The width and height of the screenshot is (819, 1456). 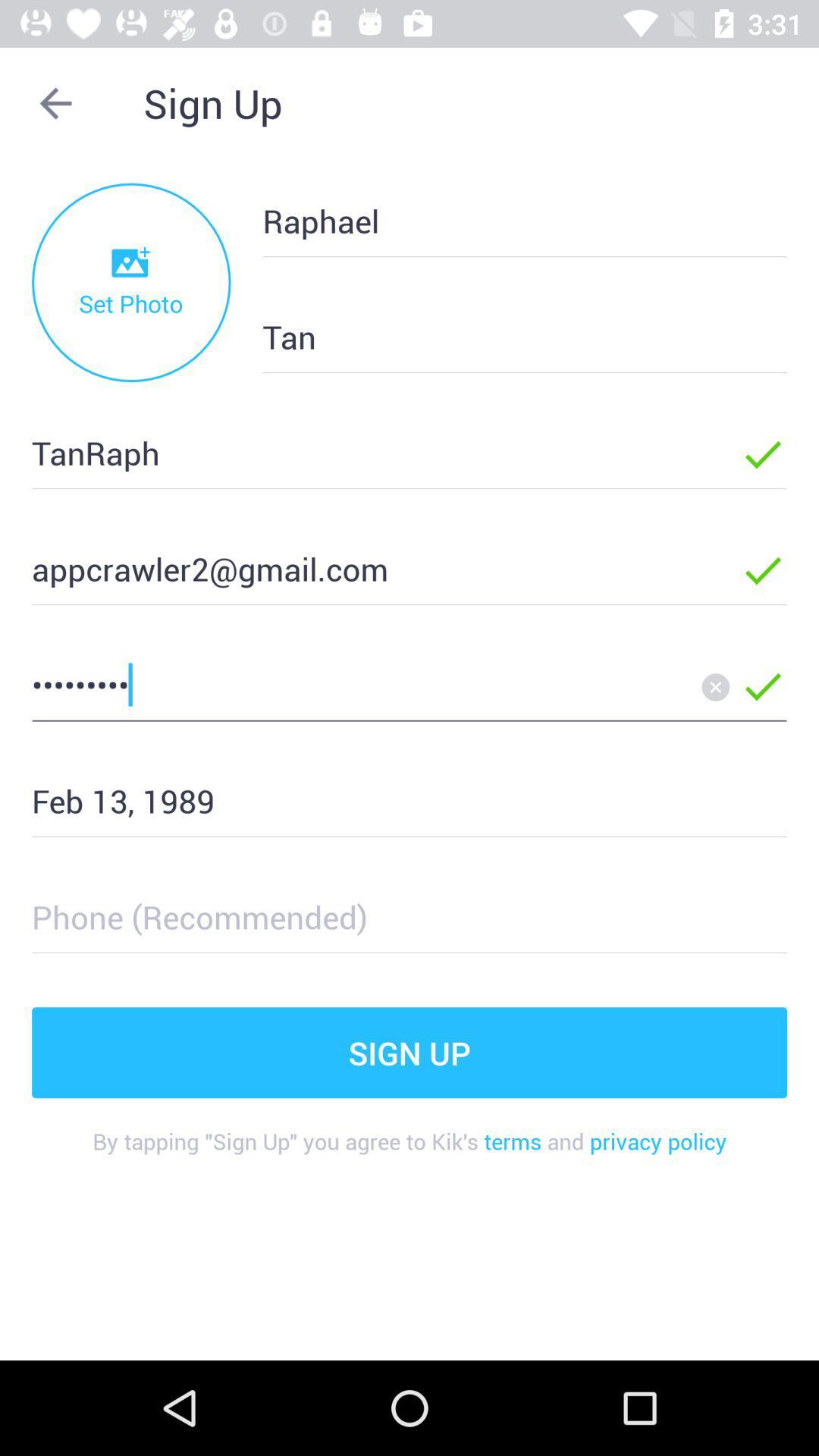 What do you see at coordinates (362, 567) in the screenshot?
I see `the appcrawler2@gmail.com` at bounding box center [362, 567].